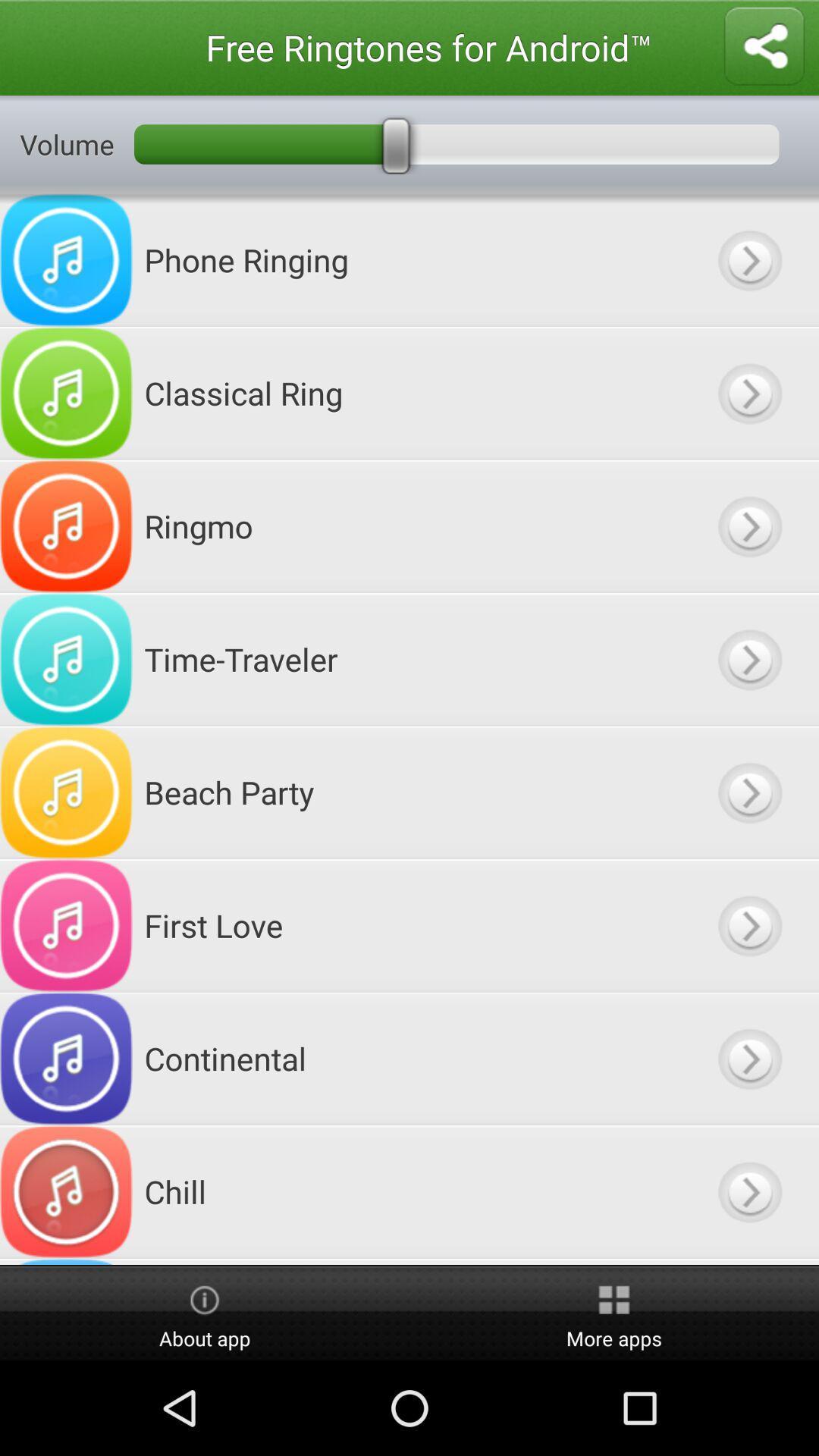  What do you see at coordinates (748, 393) in the screenshot?
I see `previous` at bounding box center [748, 393].